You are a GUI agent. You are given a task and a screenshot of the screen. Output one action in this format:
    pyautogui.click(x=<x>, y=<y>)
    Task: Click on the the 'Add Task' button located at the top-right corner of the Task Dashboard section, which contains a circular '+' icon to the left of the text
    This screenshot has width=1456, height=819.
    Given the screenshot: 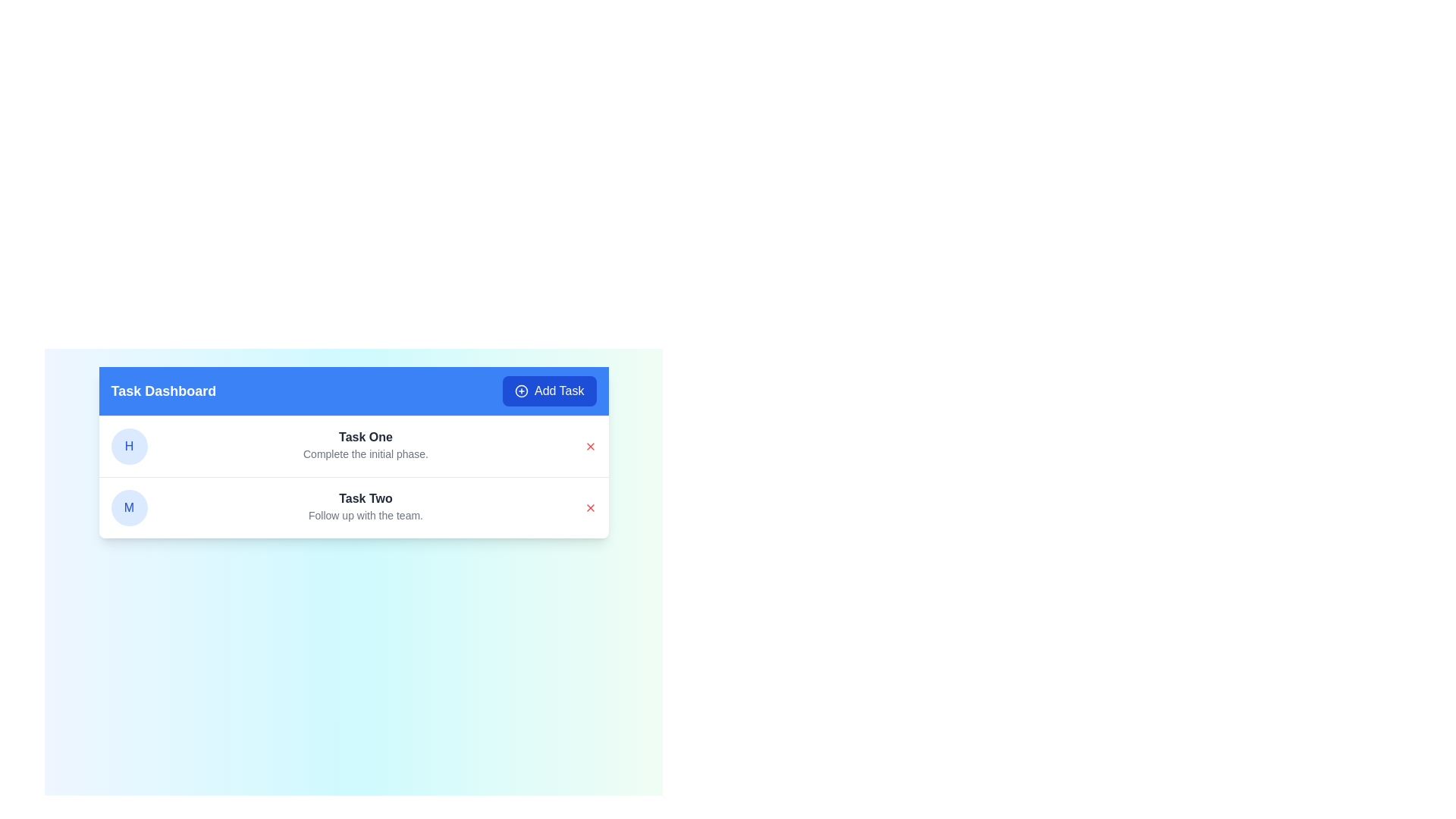 What is the action you would take?
    pyautogui.click(x=521, y=391)
    